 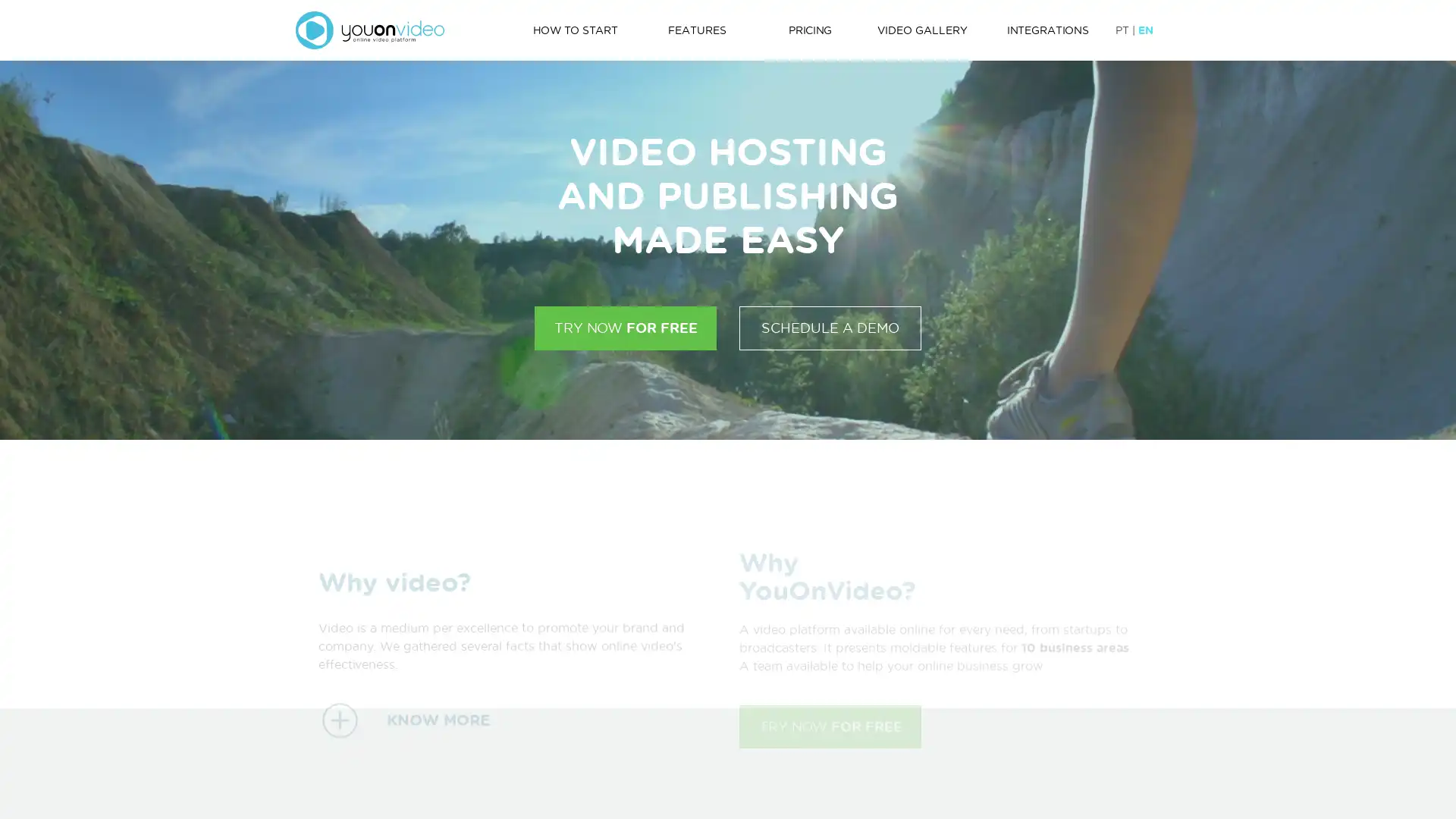 I want to click on TRY NOW FOR FREE, so click(x=829, y=666).